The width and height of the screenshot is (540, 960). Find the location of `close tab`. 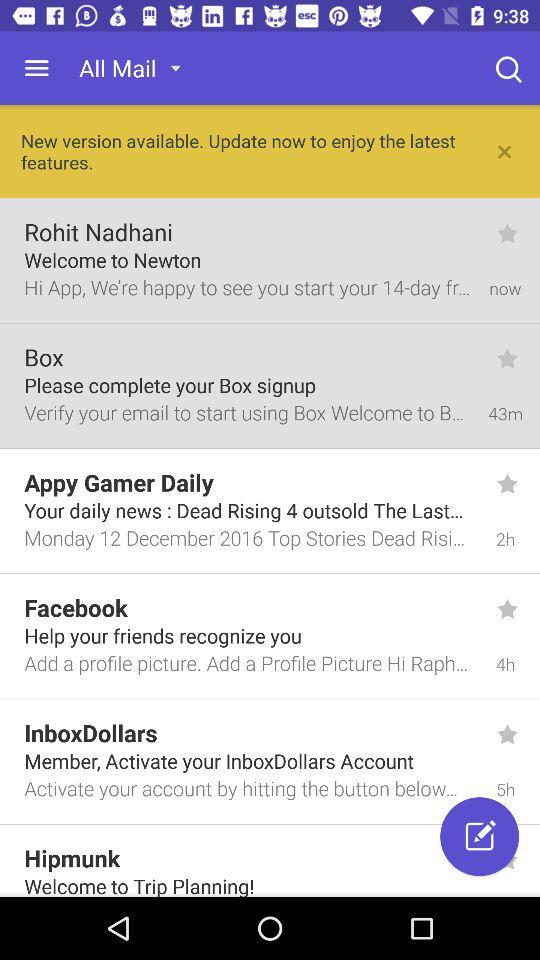

close tab is located at coordinates (504, 150).